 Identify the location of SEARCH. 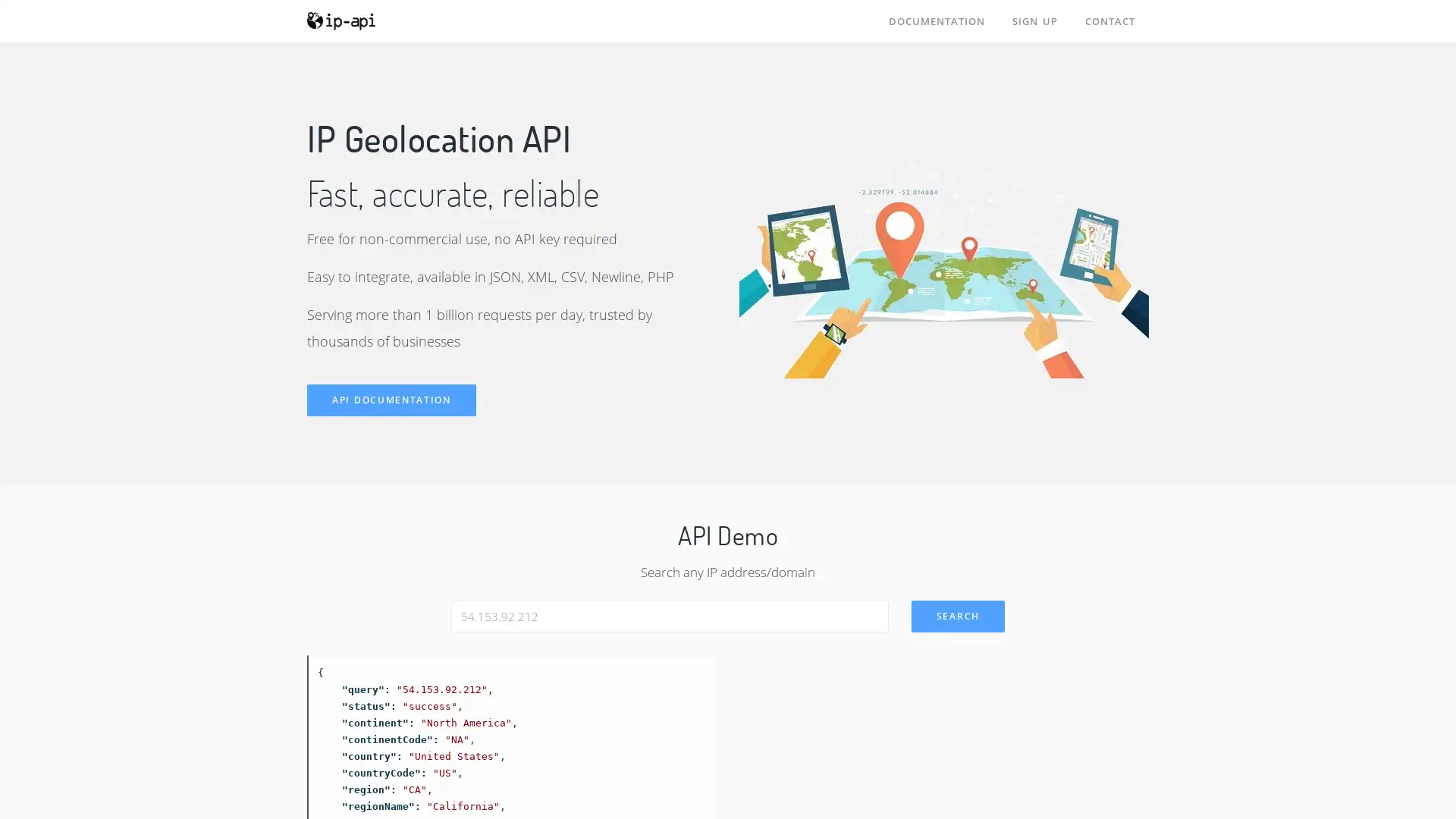
(956, 616).